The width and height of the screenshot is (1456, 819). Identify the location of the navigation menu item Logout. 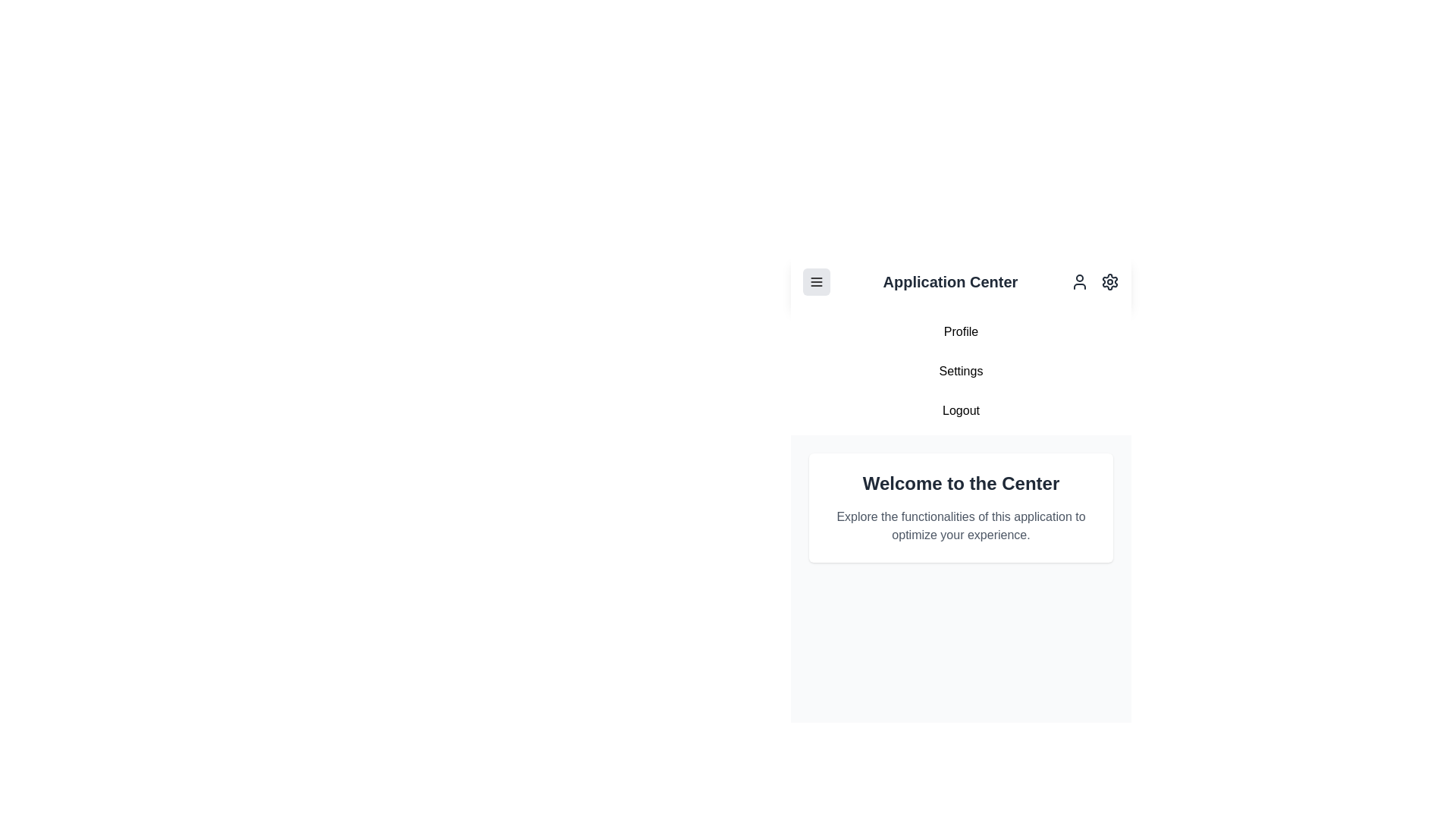
(960, 411).